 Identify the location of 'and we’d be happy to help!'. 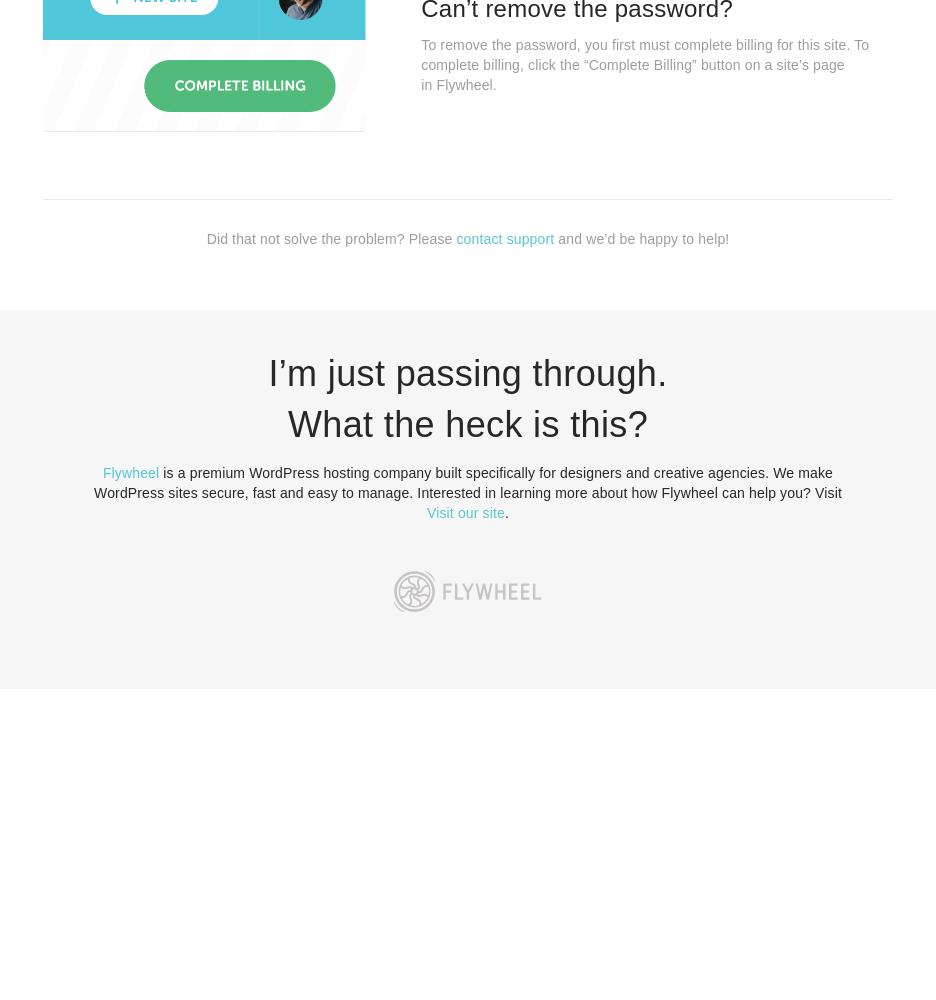
(640, 237).